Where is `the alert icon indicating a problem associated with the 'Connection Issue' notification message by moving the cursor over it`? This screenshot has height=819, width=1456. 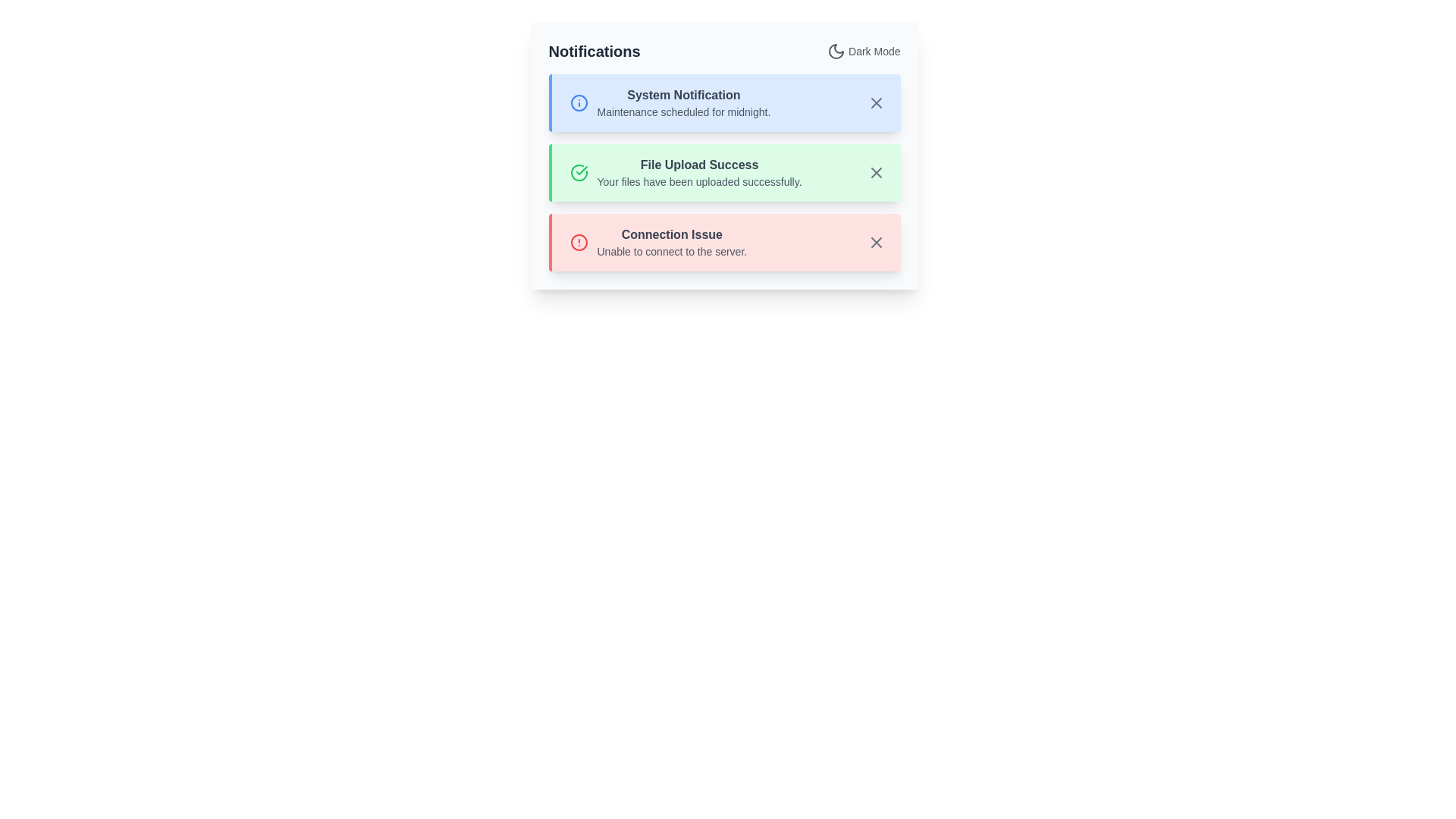 the alert icon indicating a problem associated with the 'Connection Issue' notification message by moving the cursor over it is located at coordinates (578, 242).